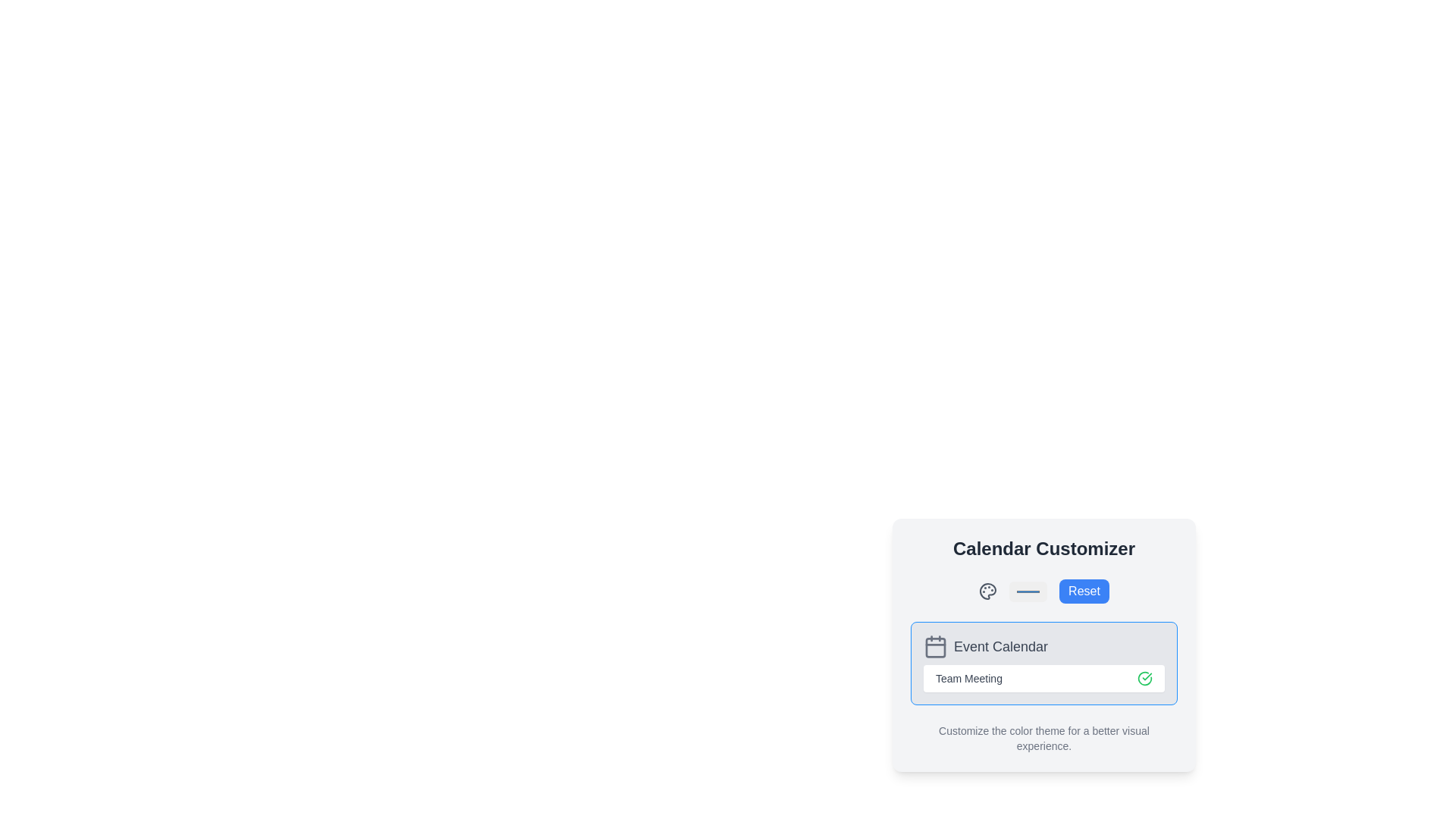  I want to click on contents of the Informational Section labeled 'Event Calendar' which includes the text 'Team Meeting' and a calendar icon, so click(1043, 663).